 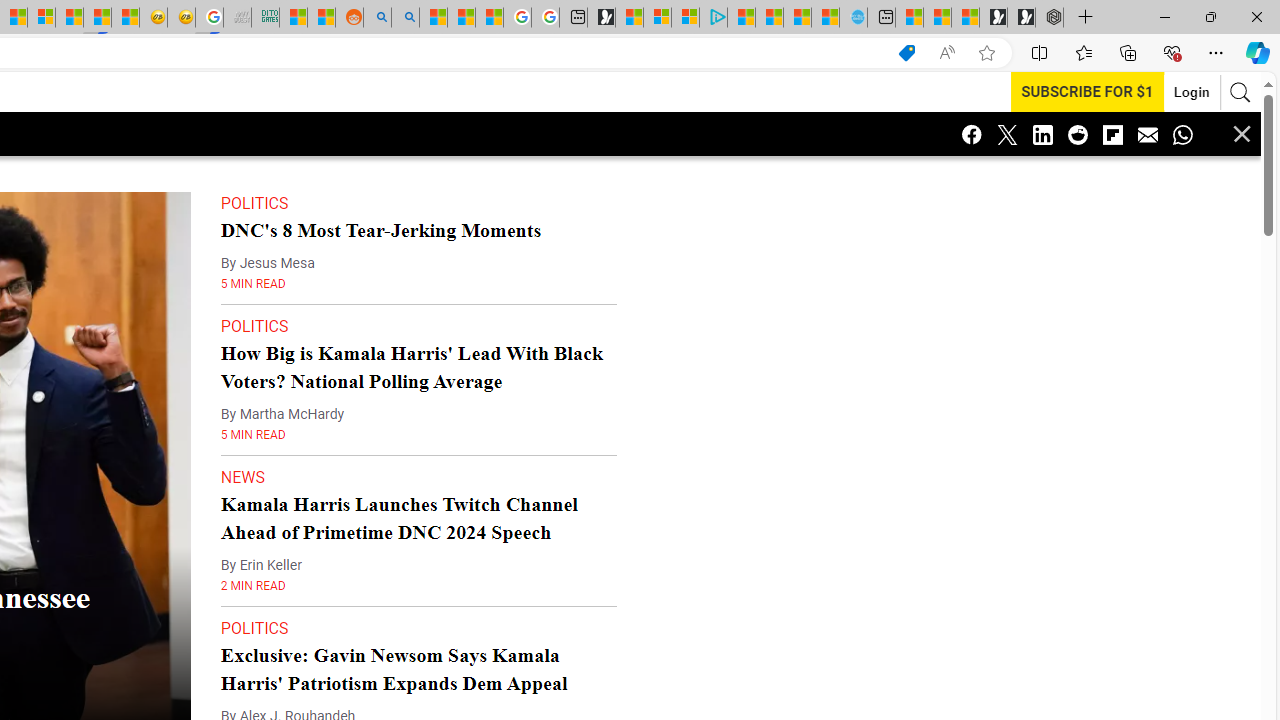 I want to click on 'Class: icon-twitter', so click(x=1007, y=133).